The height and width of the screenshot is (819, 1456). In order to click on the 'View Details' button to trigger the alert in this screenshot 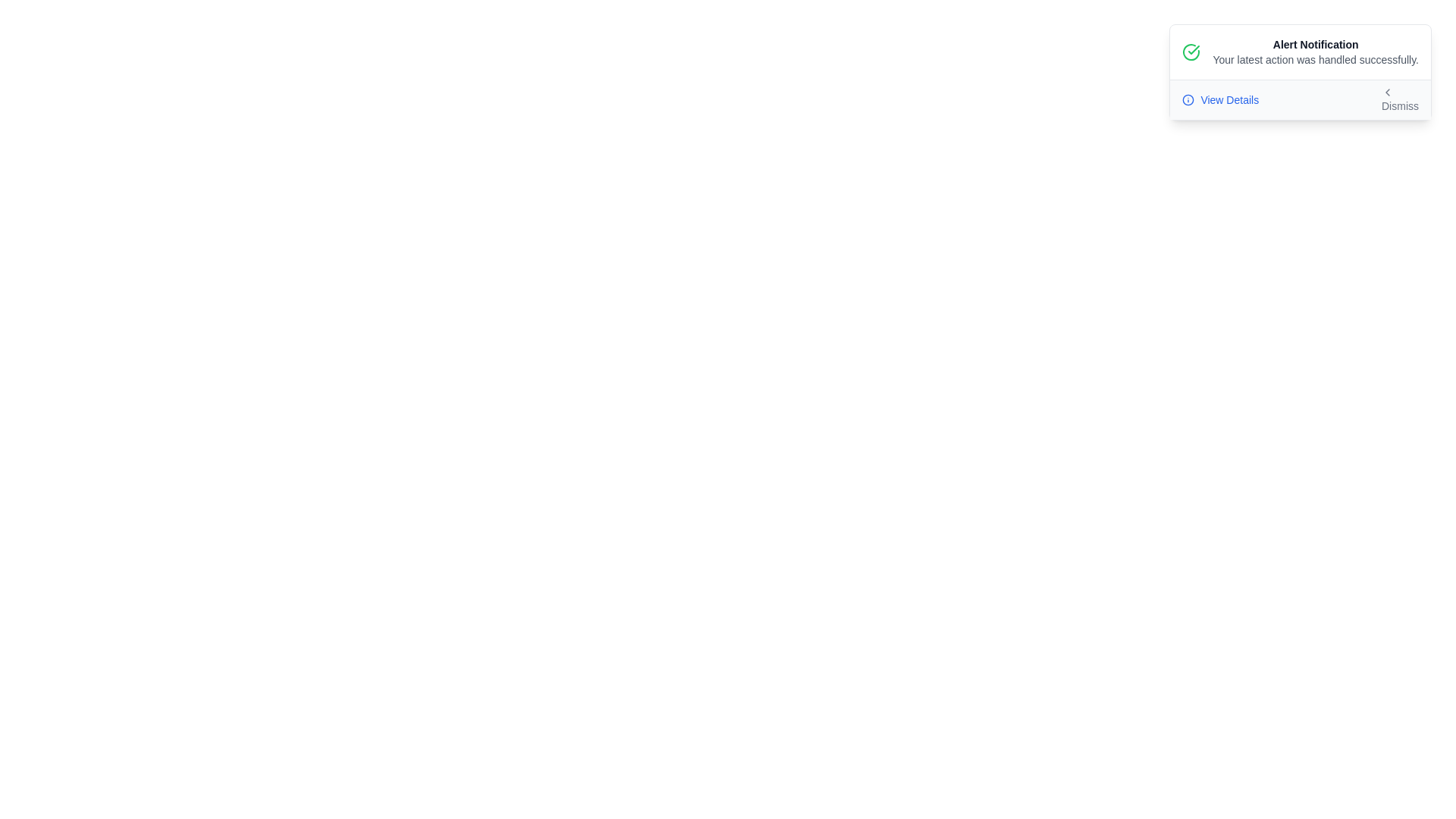, I will do `click(1220, 99)`.